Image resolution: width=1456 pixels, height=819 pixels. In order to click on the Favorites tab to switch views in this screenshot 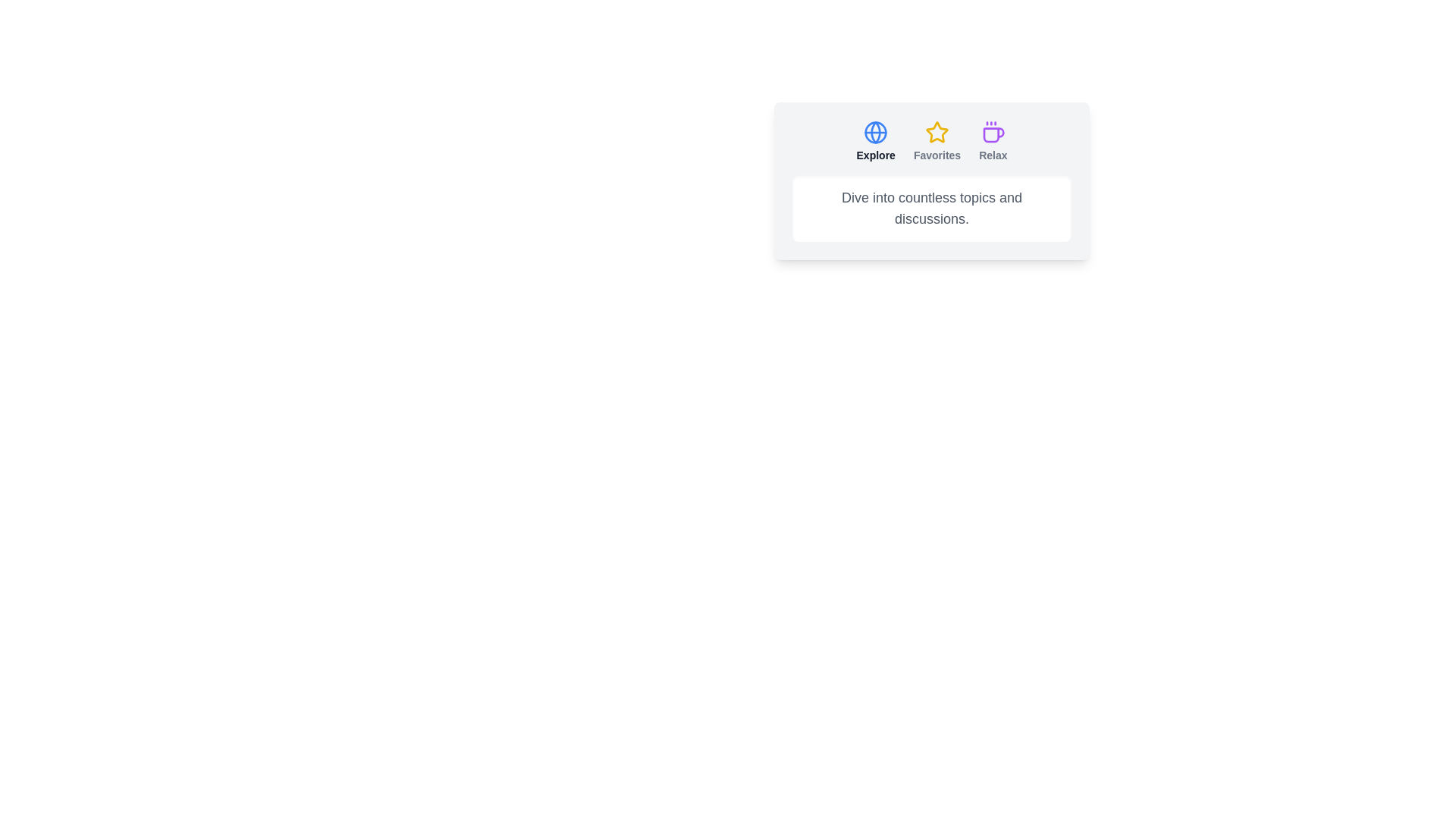, I will do `click(937, 141)`.